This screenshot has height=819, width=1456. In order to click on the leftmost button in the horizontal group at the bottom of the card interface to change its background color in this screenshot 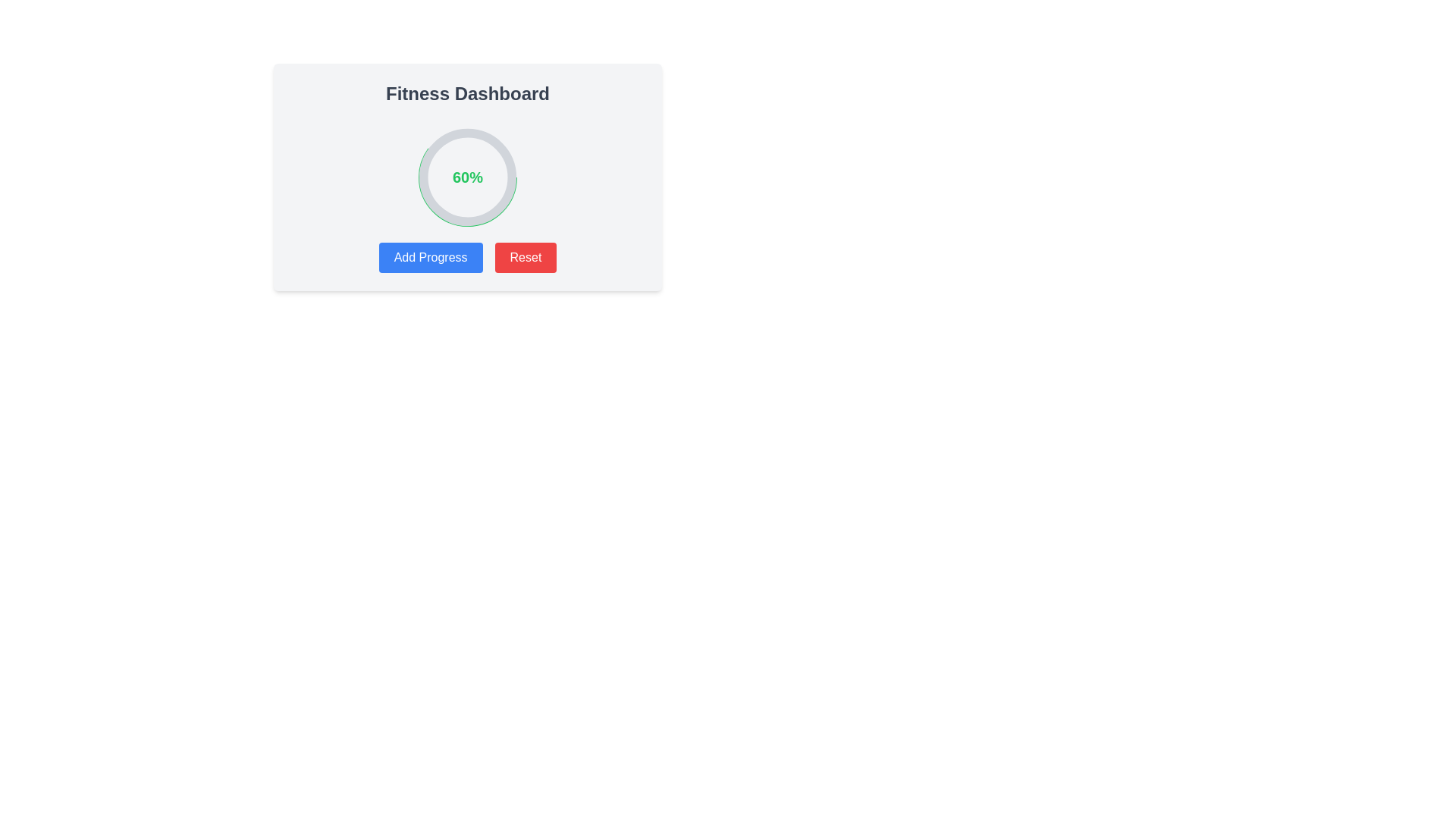, I will do `click(430, 256)`.